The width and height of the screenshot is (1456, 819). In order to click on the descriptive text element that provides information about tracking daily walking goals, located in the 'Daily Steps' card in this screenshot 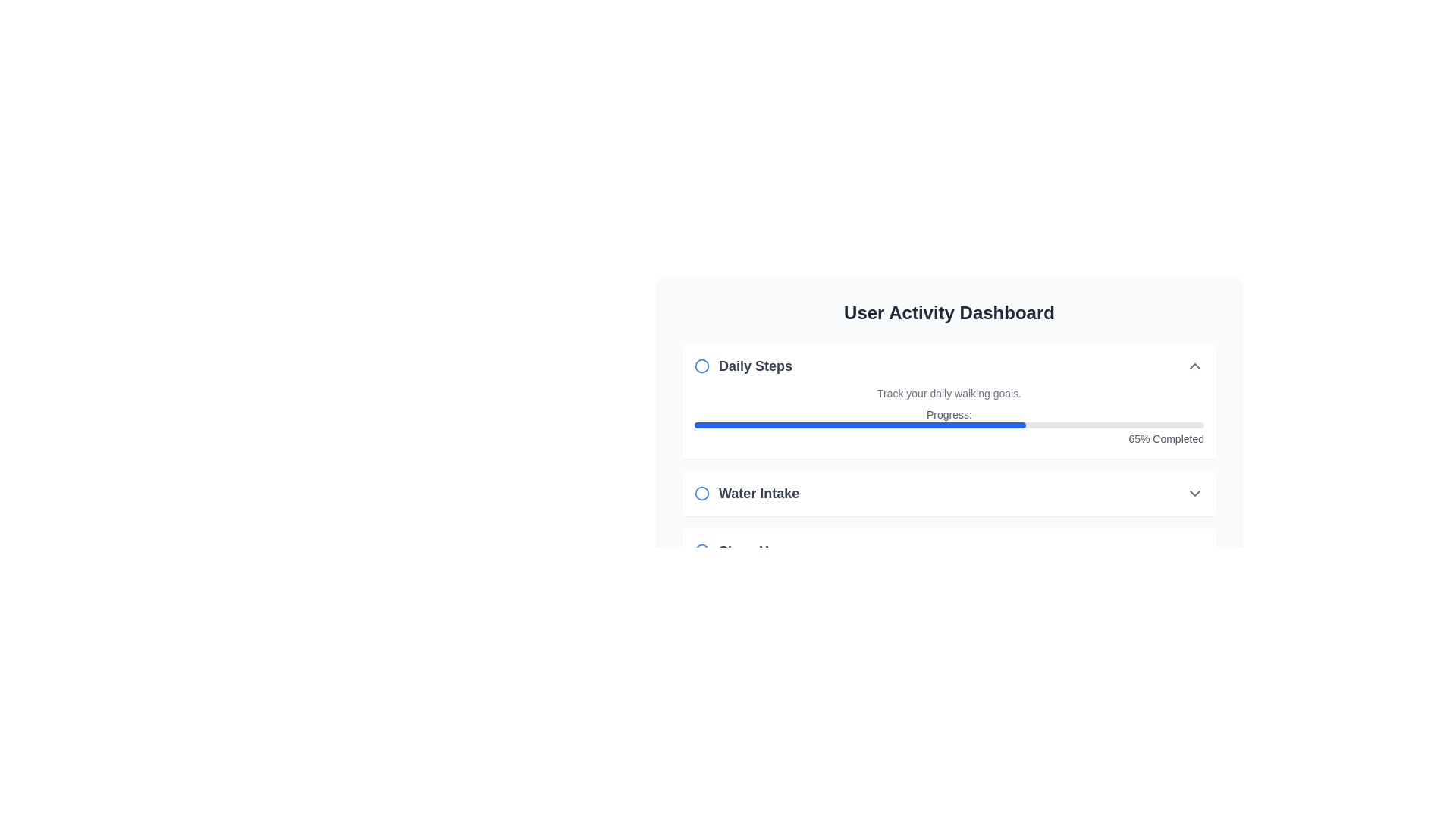, I will do `click(949, 393)`.